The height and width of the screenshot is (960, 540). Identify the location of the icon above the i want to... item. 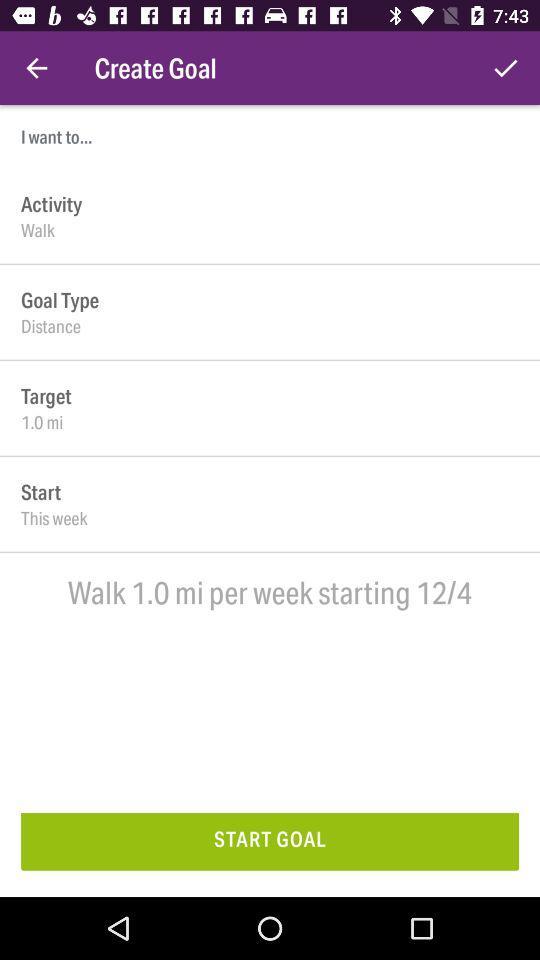
(36, 68).